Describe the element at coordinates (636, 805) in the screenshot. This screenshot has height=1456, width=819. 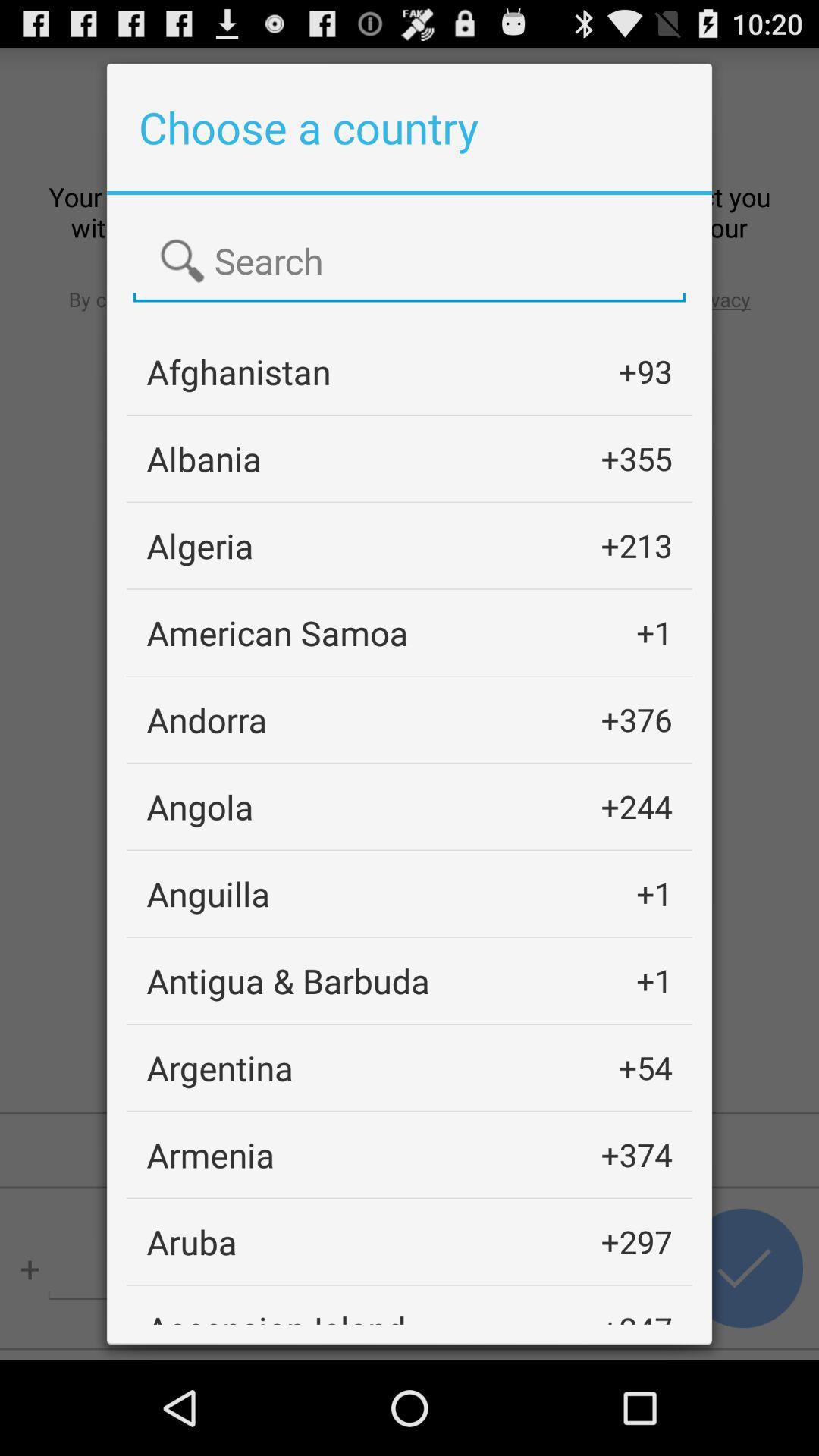
I see `the +244 item` at that location.